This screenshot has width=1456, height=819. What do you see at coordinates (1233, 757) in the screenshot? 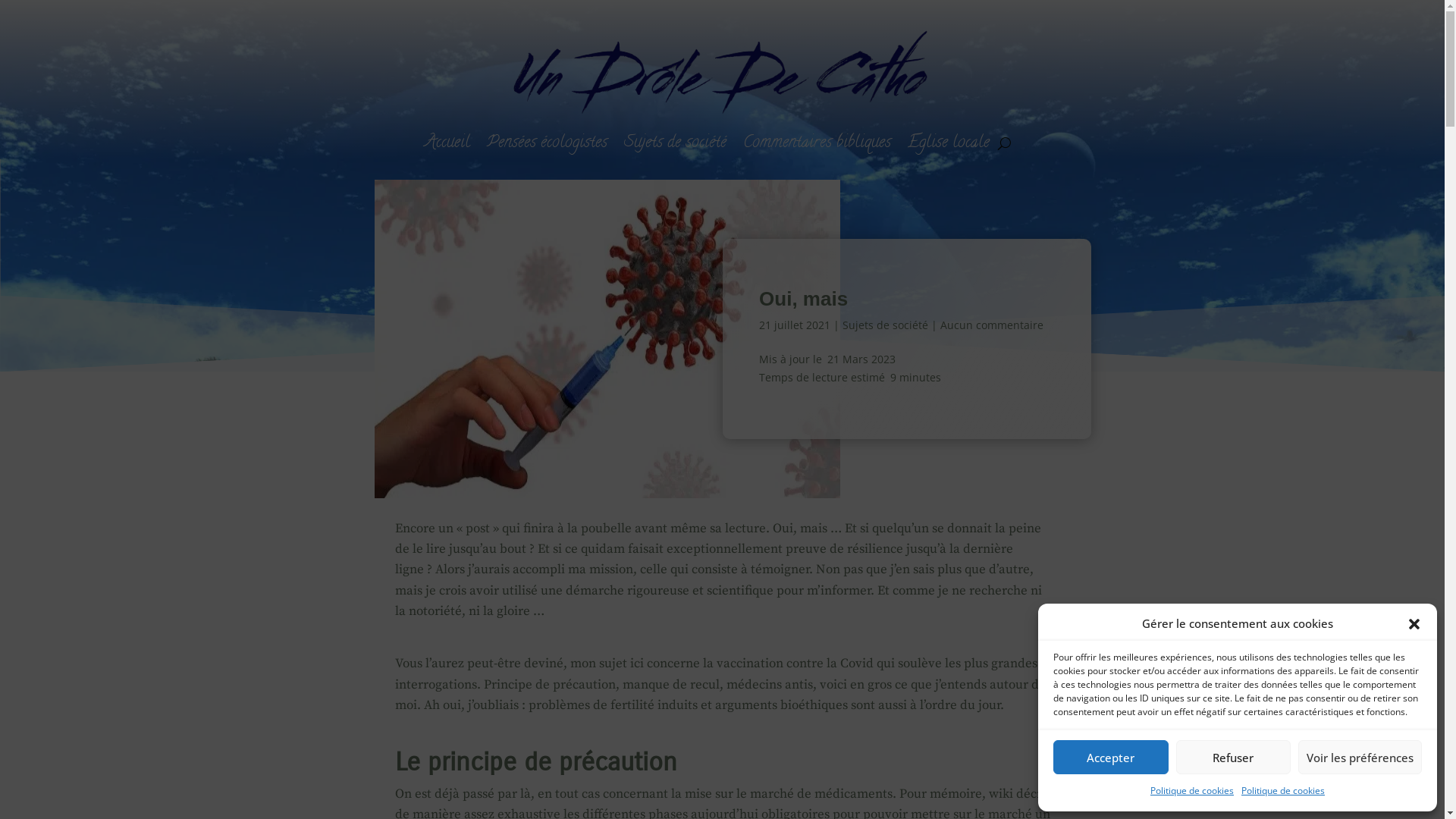
I see `'Refuser'` at bounding box center [1233, 757].